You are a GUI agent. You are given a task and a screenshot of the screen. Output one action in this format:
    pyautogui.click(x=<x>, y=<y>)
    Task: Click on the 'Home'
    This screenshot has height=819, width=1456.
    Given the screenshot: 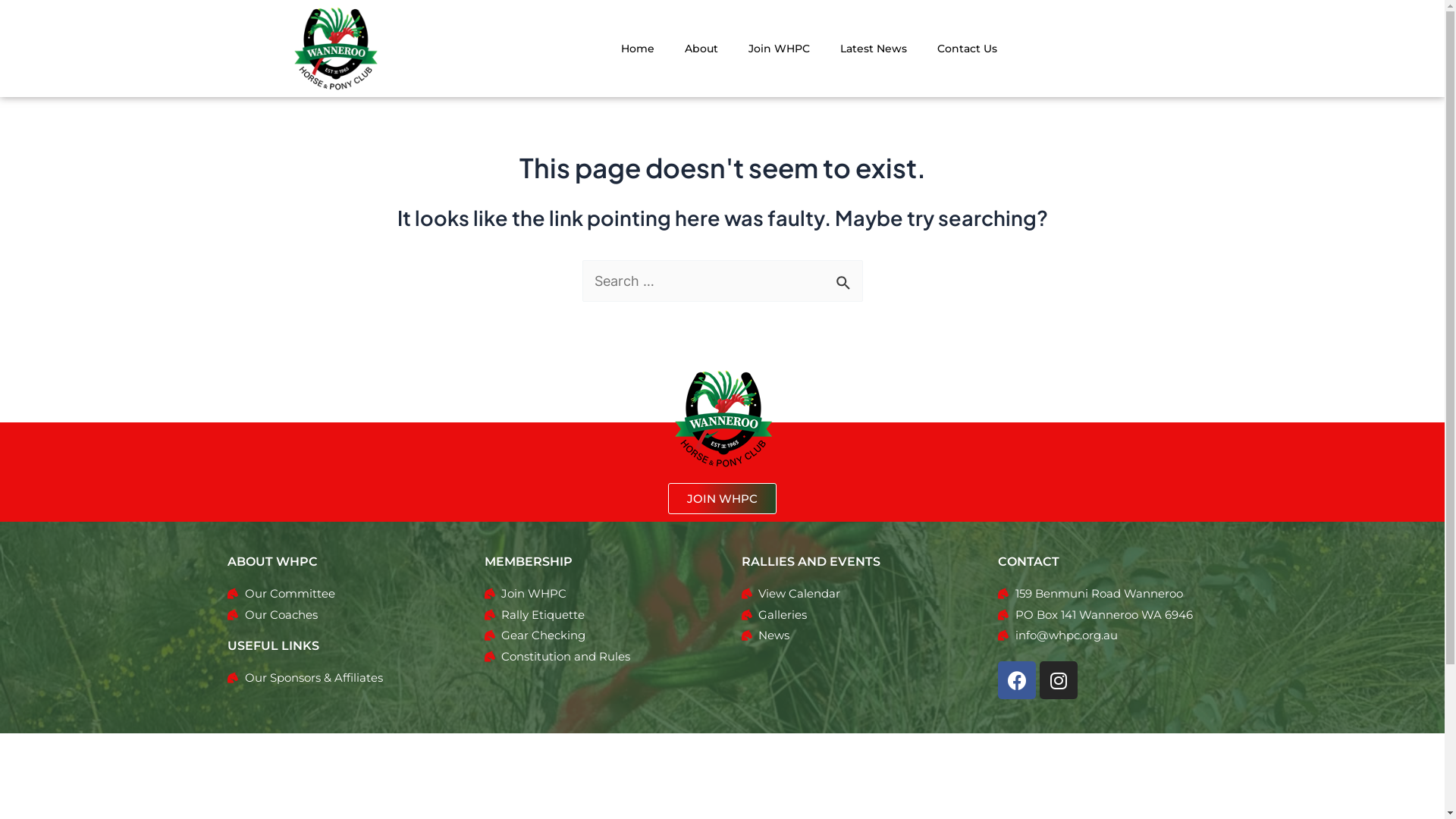 What is the action you would take?
    pyautogui.click(x=637, y=48)
    